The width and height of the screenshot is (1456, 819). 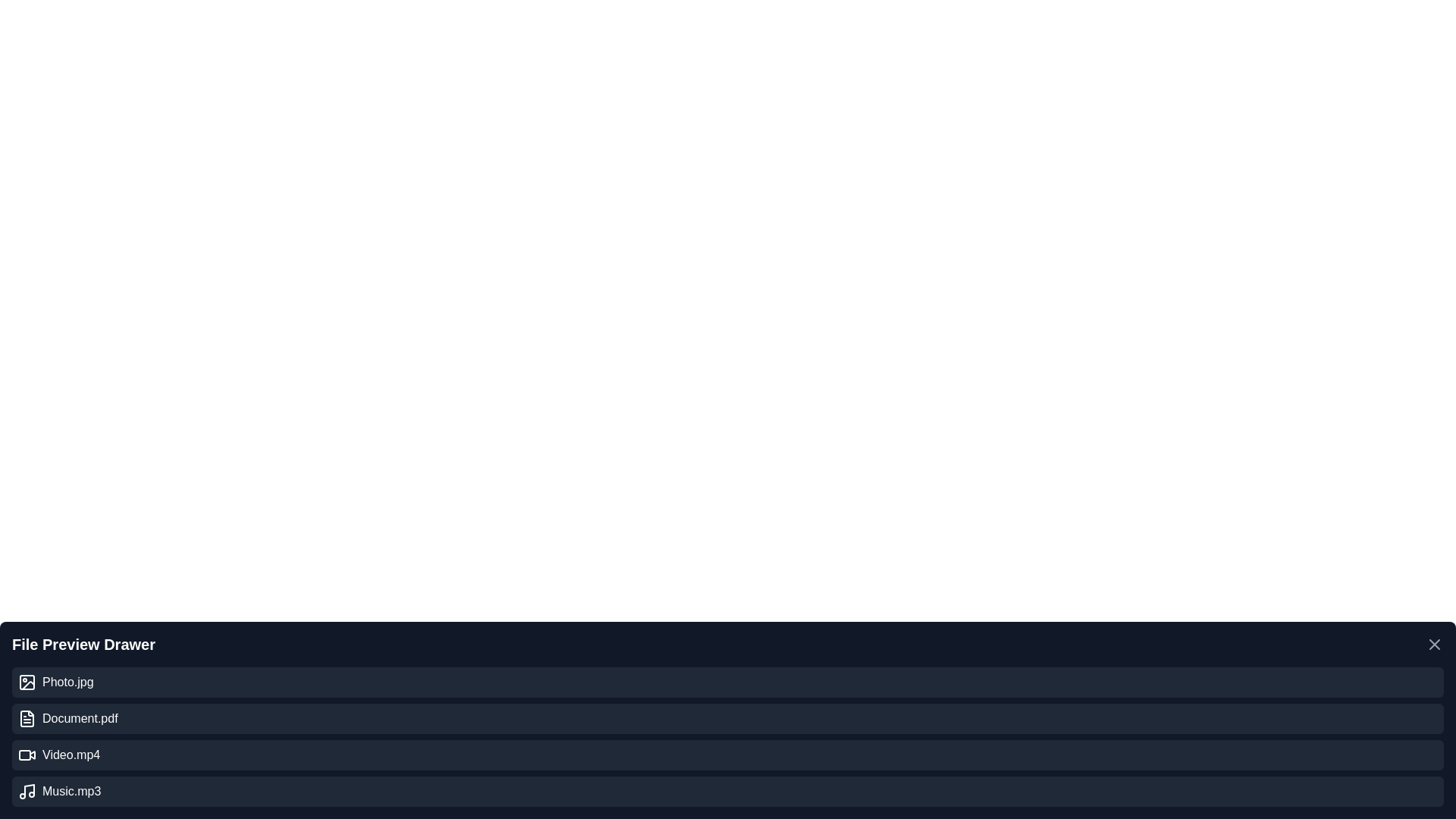 I want to click on the close button located at the top-right corner of the 'File Preview Drawer' to trigger a visual change, so click(x=1433, y=644).